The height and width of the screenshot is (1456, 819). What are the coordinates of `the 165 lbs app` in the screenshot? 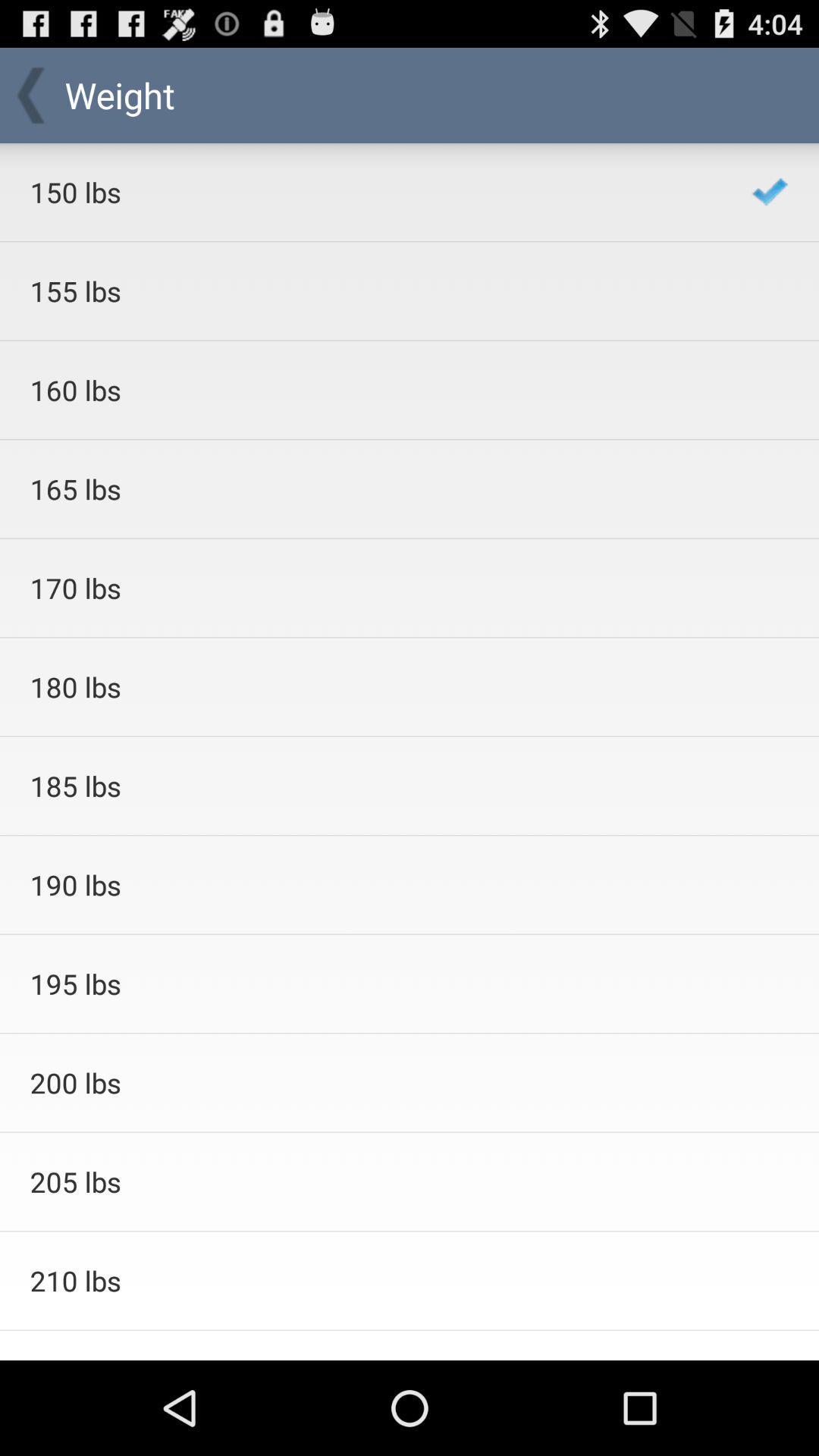 It's located at (371, 488).